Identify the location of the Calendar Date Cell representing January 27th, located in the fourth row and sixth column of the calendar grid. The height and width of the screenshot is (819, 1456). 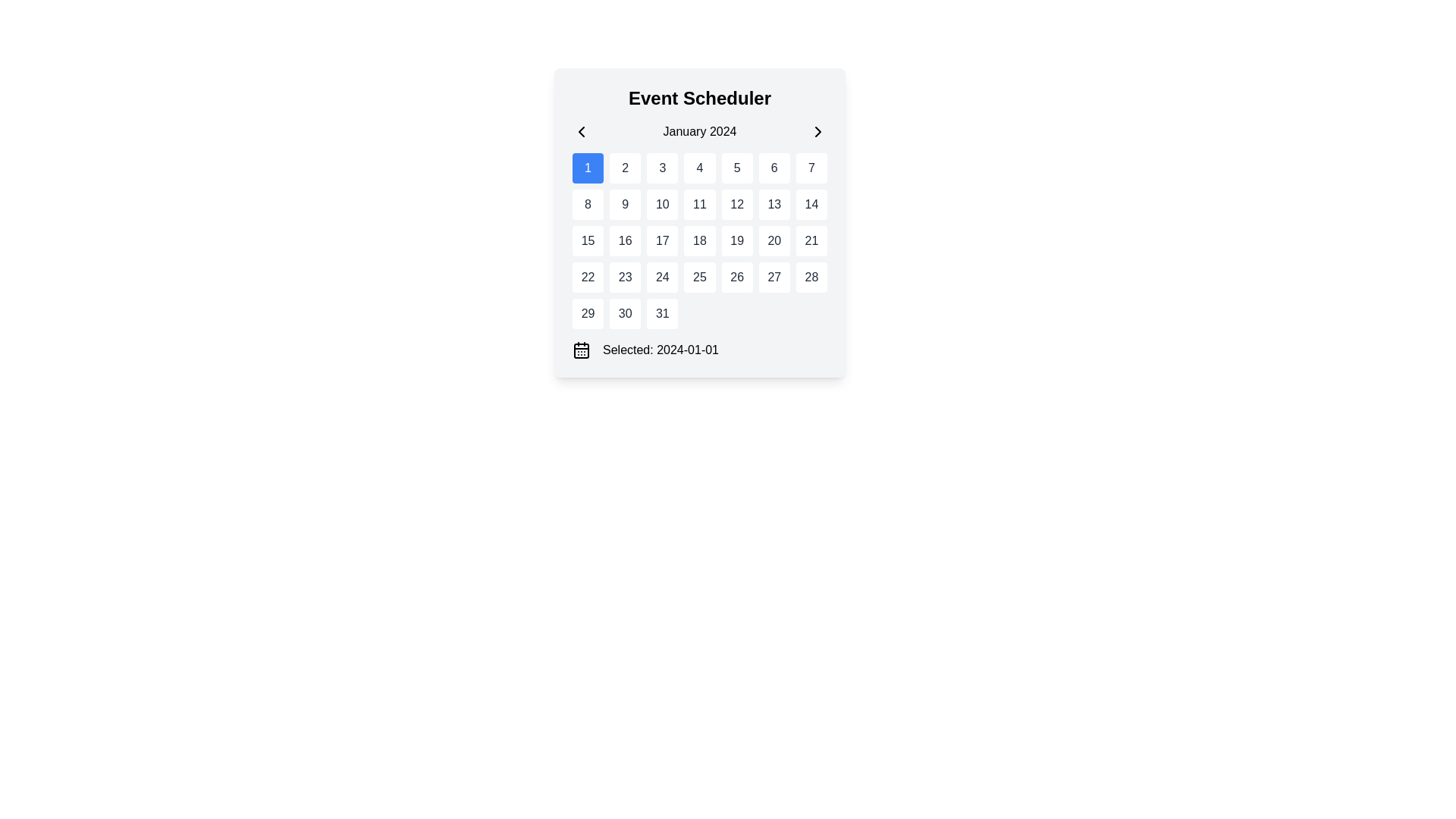
(774, 278).